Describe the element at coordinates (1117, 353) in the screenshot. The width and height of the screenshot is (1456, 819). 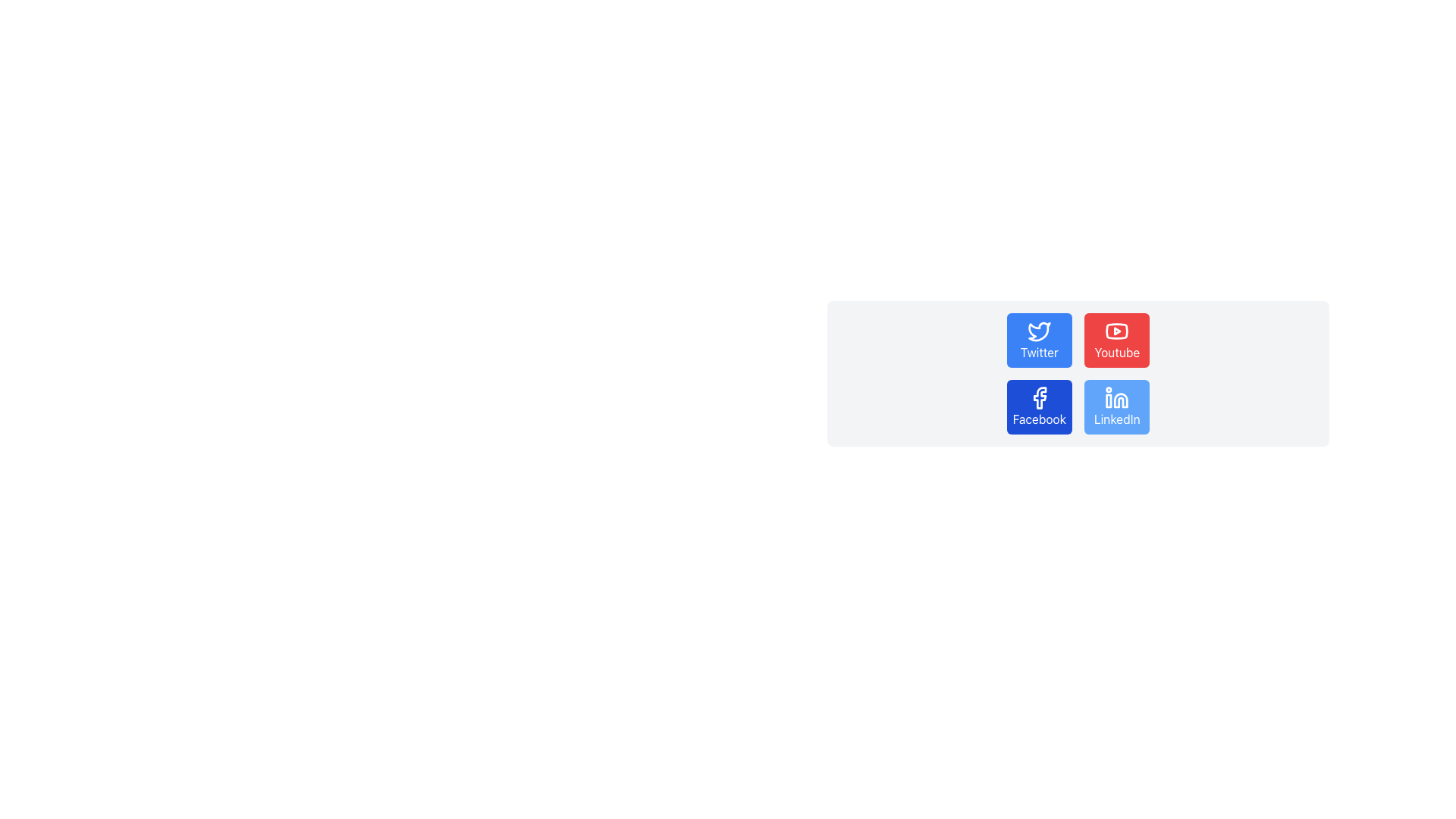
I see `the red button containing the 'YouTube' text label, which is positioned in the top-right group of buttons in a two-by-two grid layout` at that location.